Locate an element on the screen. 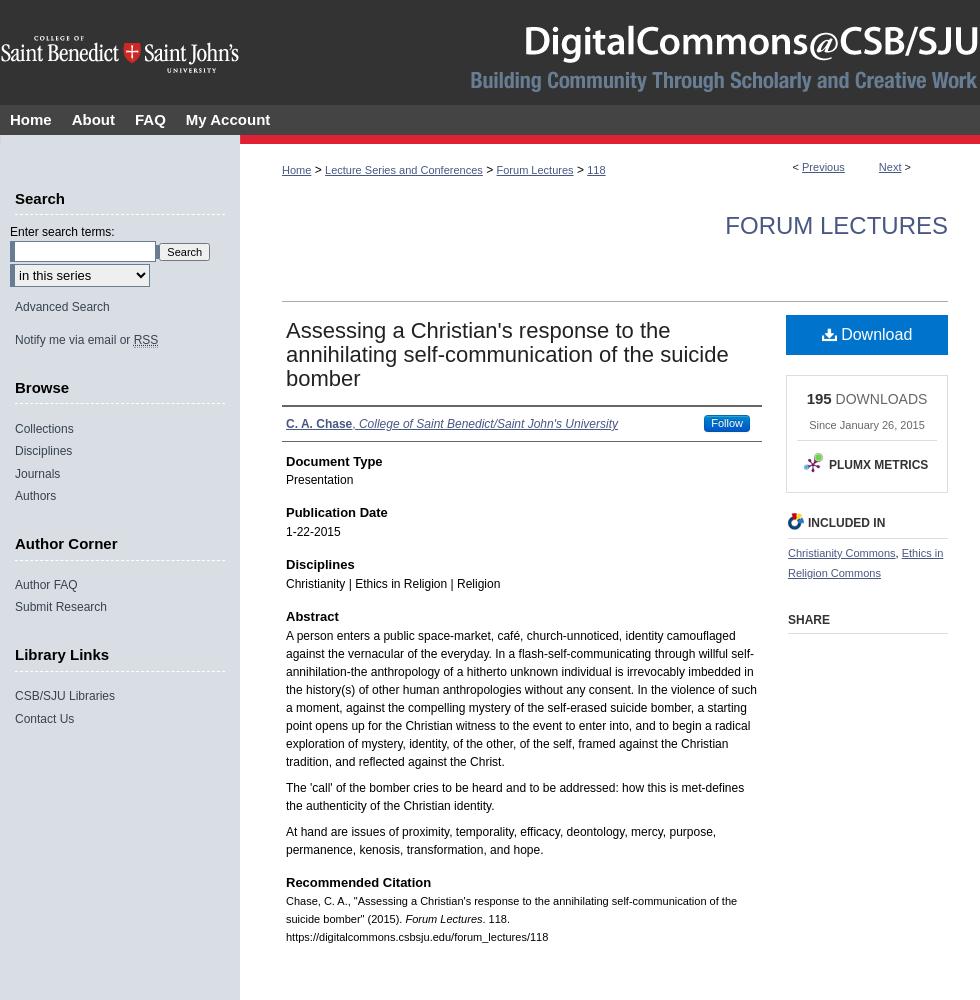 Image resolution: width=980 pixels, height=1000 pixels. '195' is located at coordinates (805, 397).